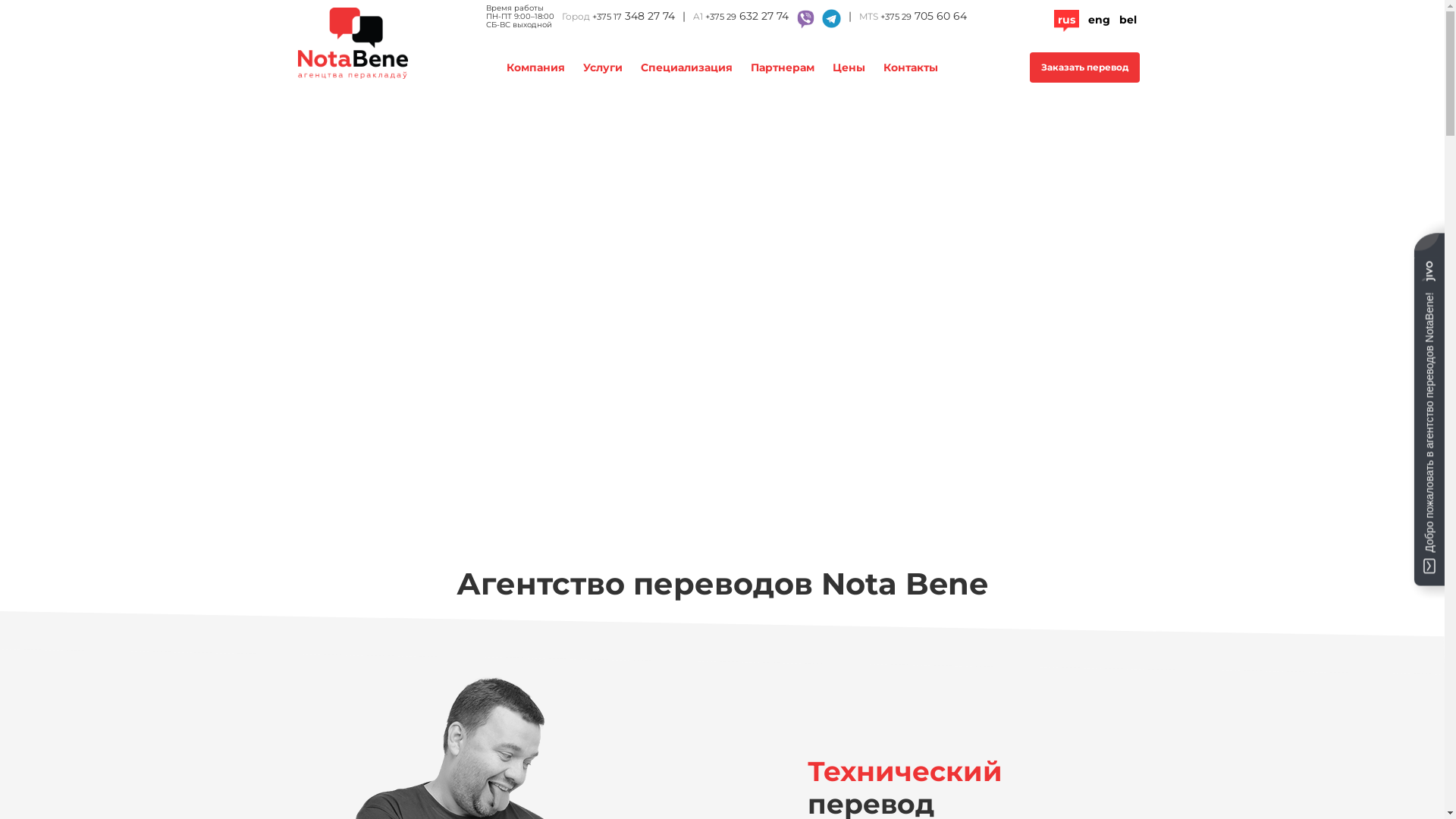 This screenshot has height=819, width=1456. What do you see at coordinates (922, 17) in the screenshot?
I see `'+375 29 705 60 64'` at bounding box center [922, 17].